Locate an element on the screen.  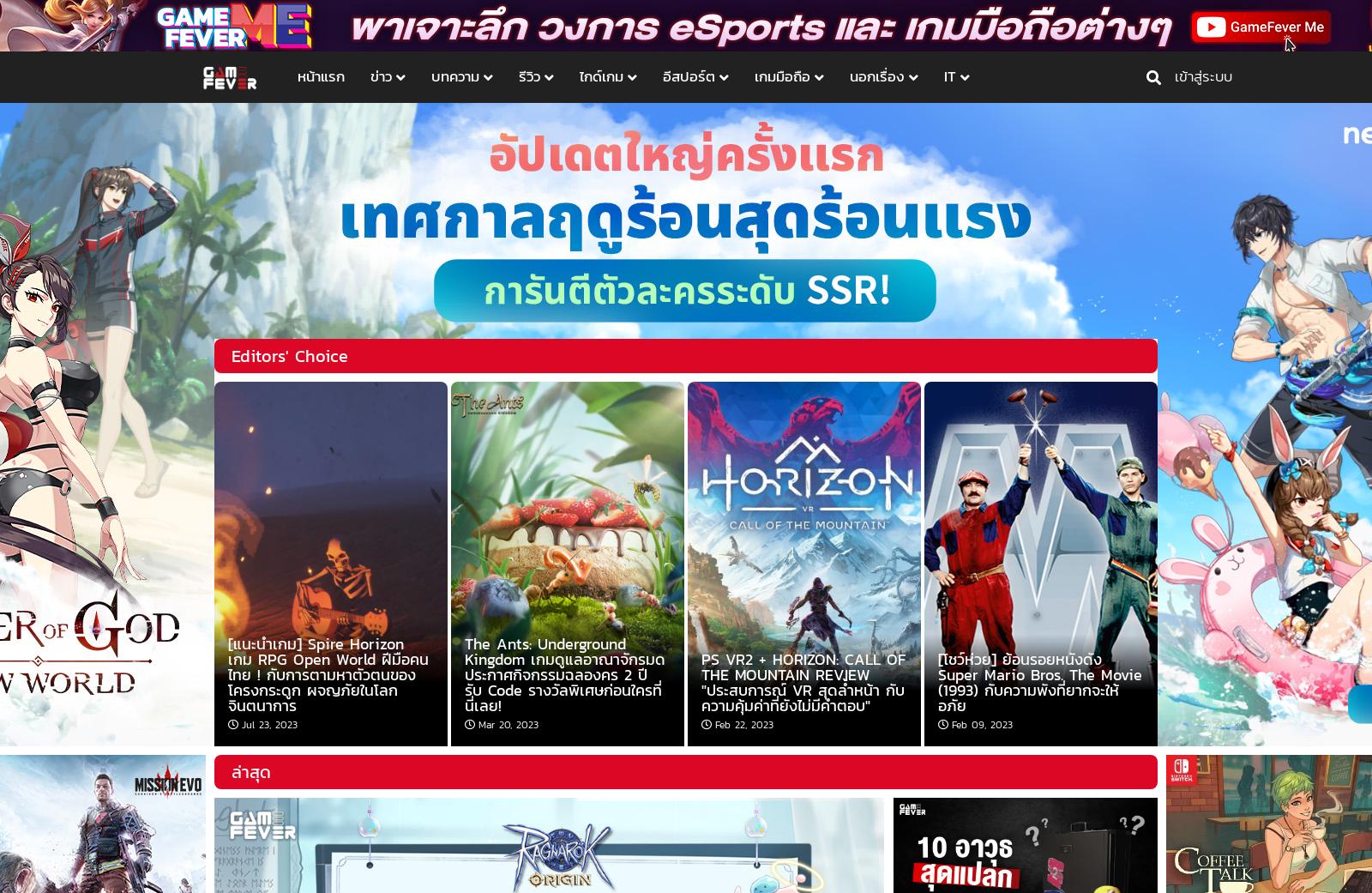
'Feb 09, 2023' is located at coordinates (982, 723).